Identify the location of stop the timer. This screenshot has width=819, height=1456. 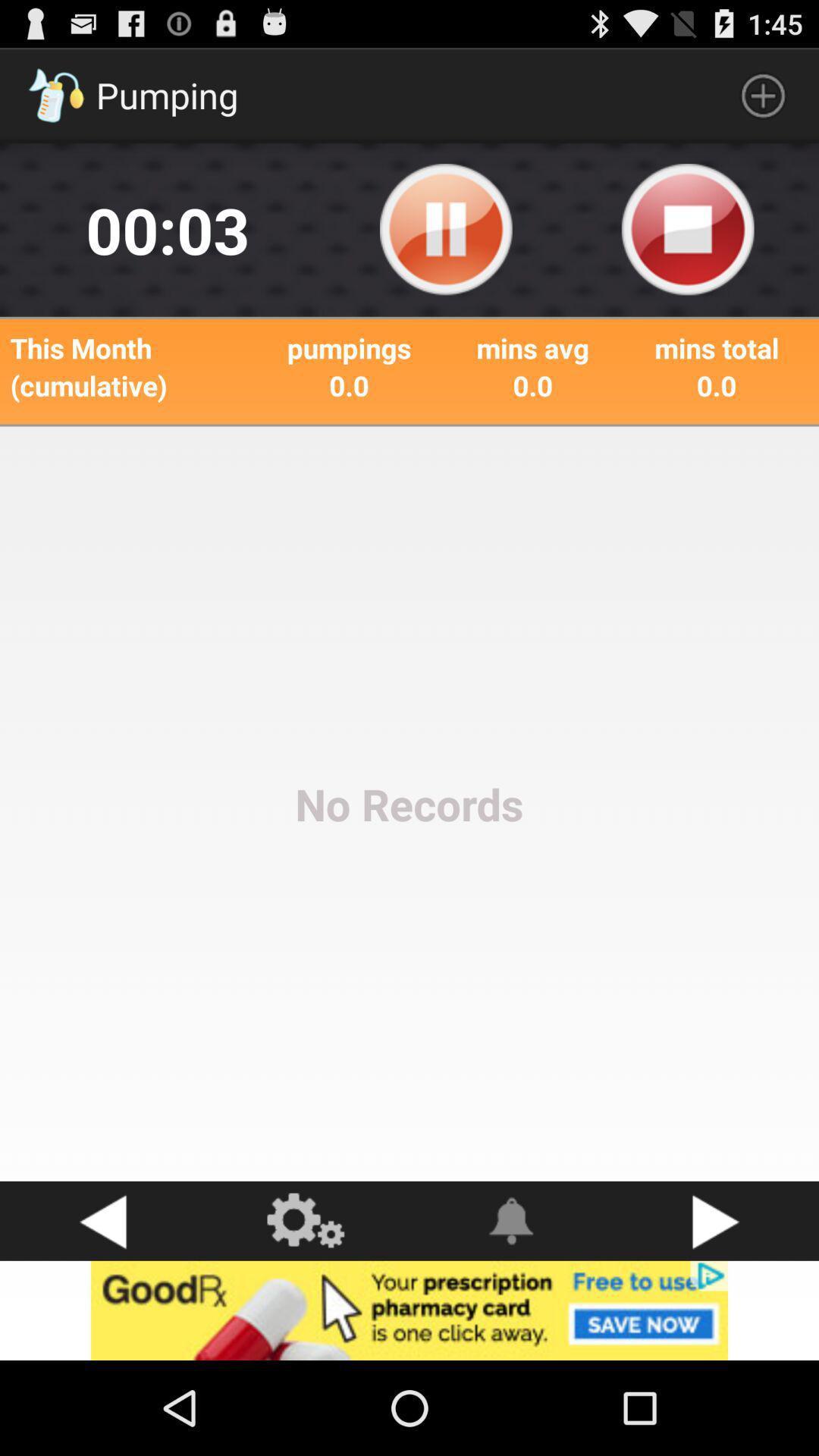
(688, 229).